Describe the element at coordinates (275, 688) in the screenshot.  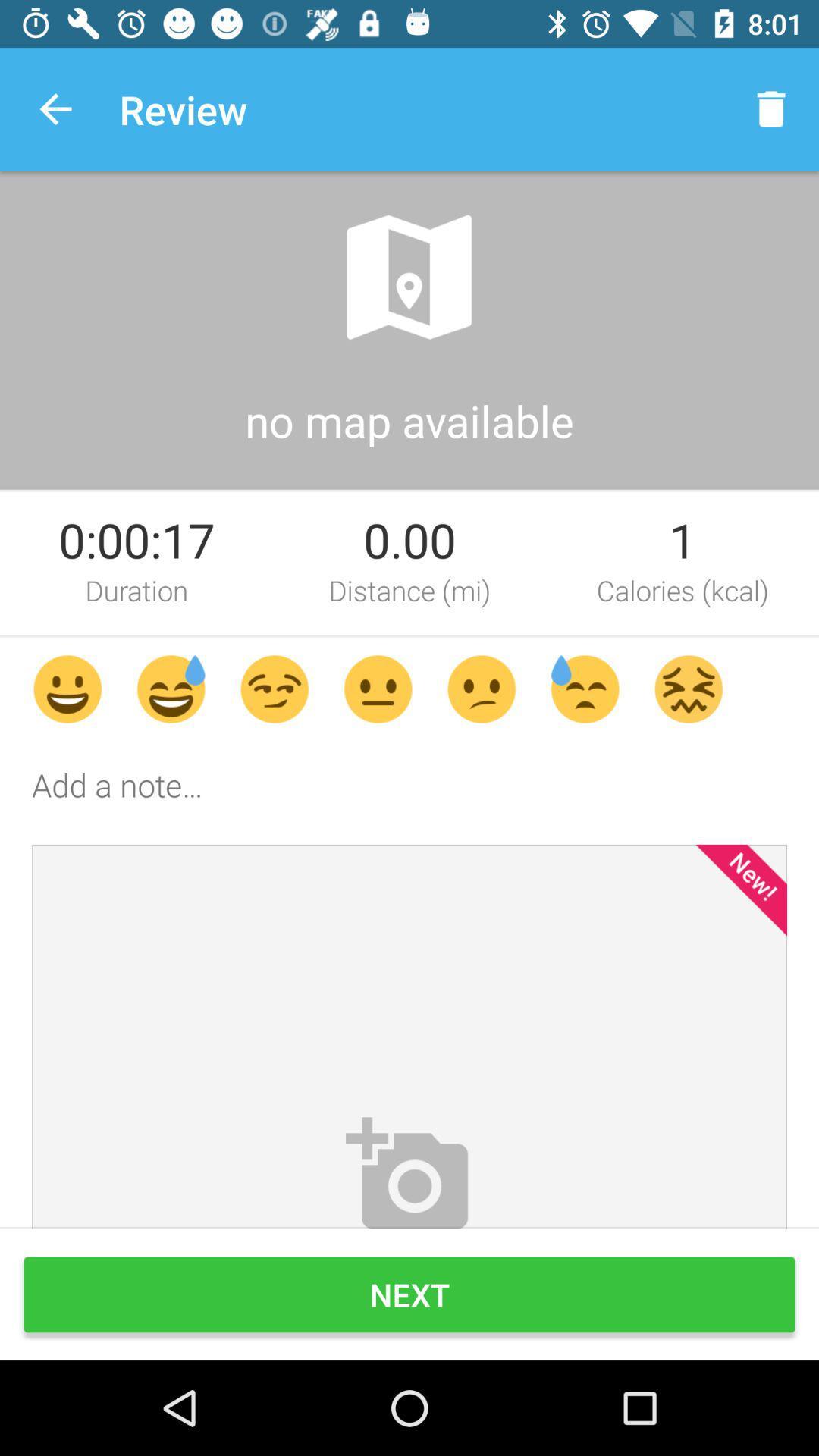
I see `the emoji icon` at that location.